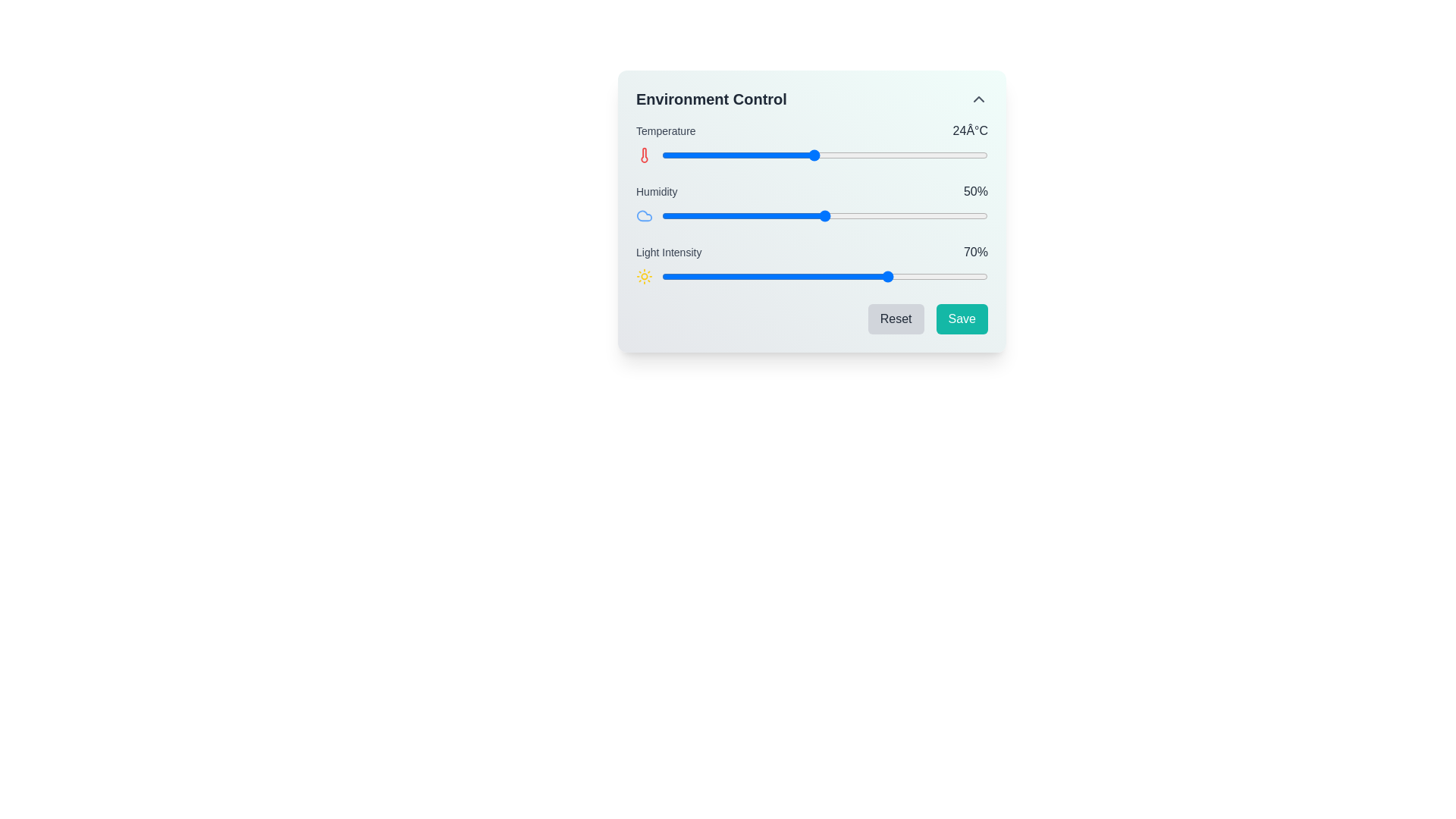  I want to click on the 'Reset' button located at the bottom of the light blue 'Environment Control' card to revert changes, so click(811, 211).